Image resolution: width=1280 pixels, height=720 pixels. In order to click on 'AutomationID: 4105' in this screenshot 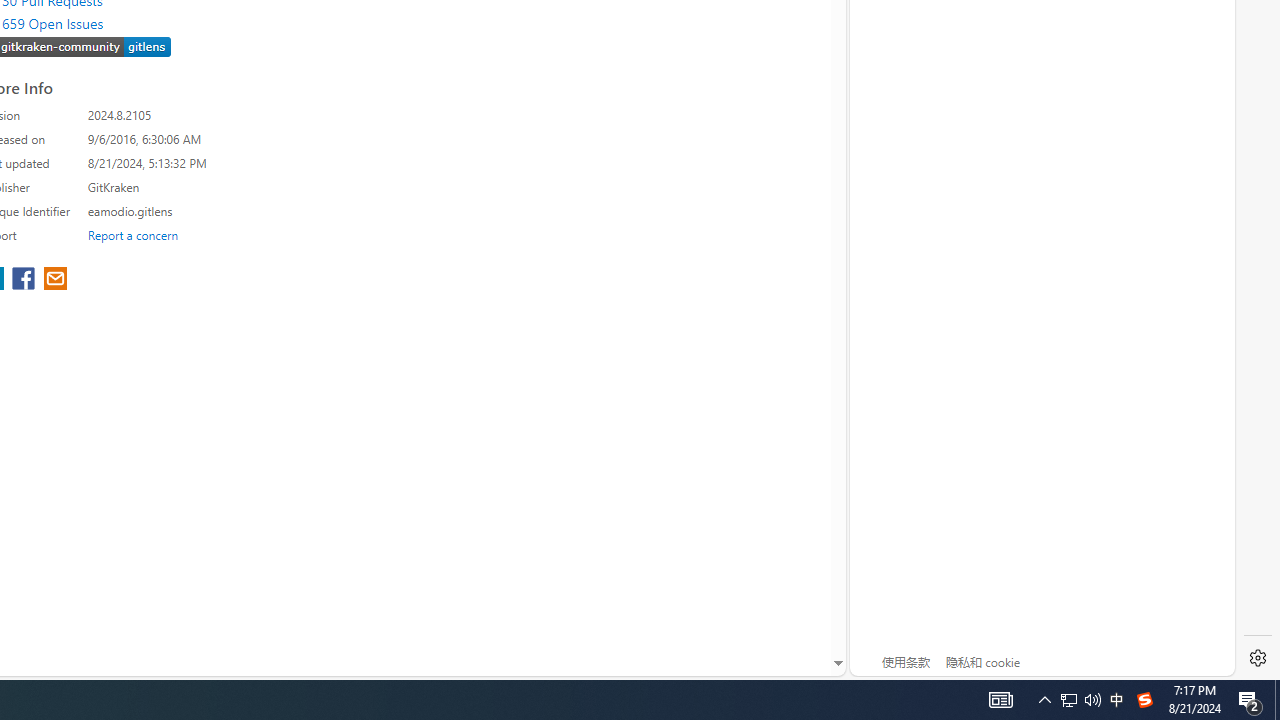, I will do `click(1000, 698)`.